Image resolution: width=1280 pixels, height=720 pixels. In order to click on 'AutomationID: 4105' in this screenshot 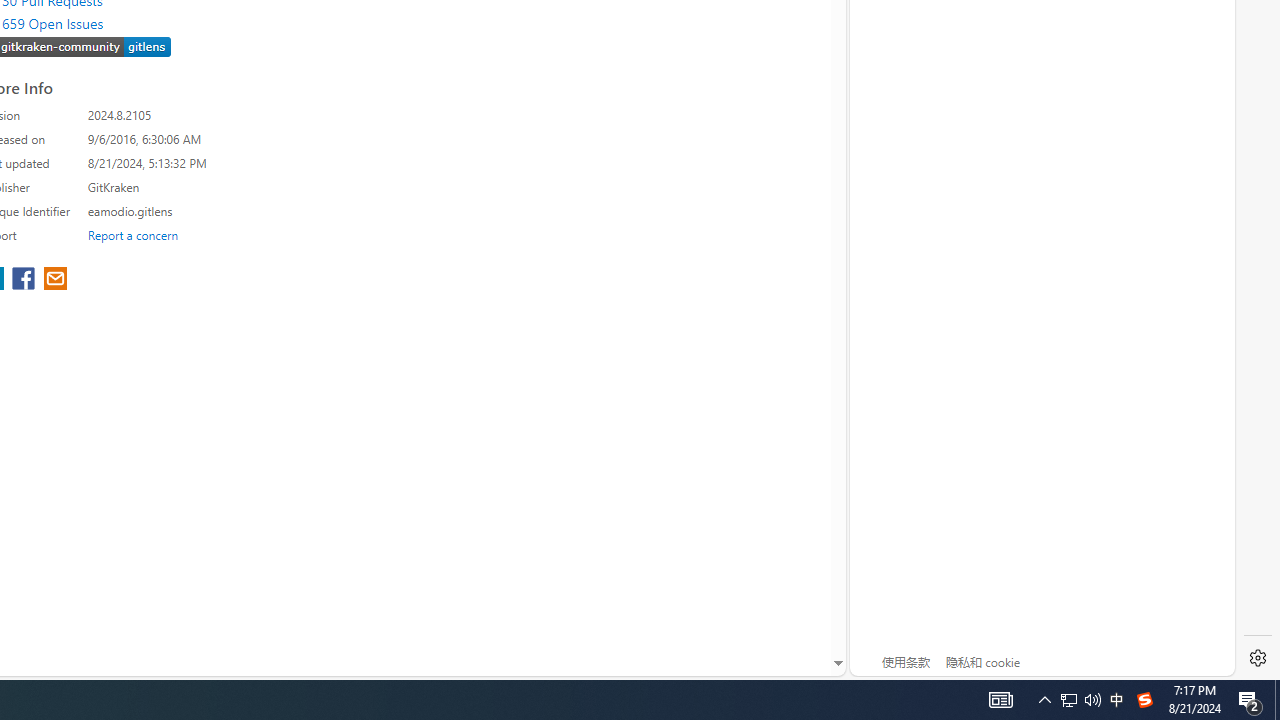, I will do `click(1000, 698)`.